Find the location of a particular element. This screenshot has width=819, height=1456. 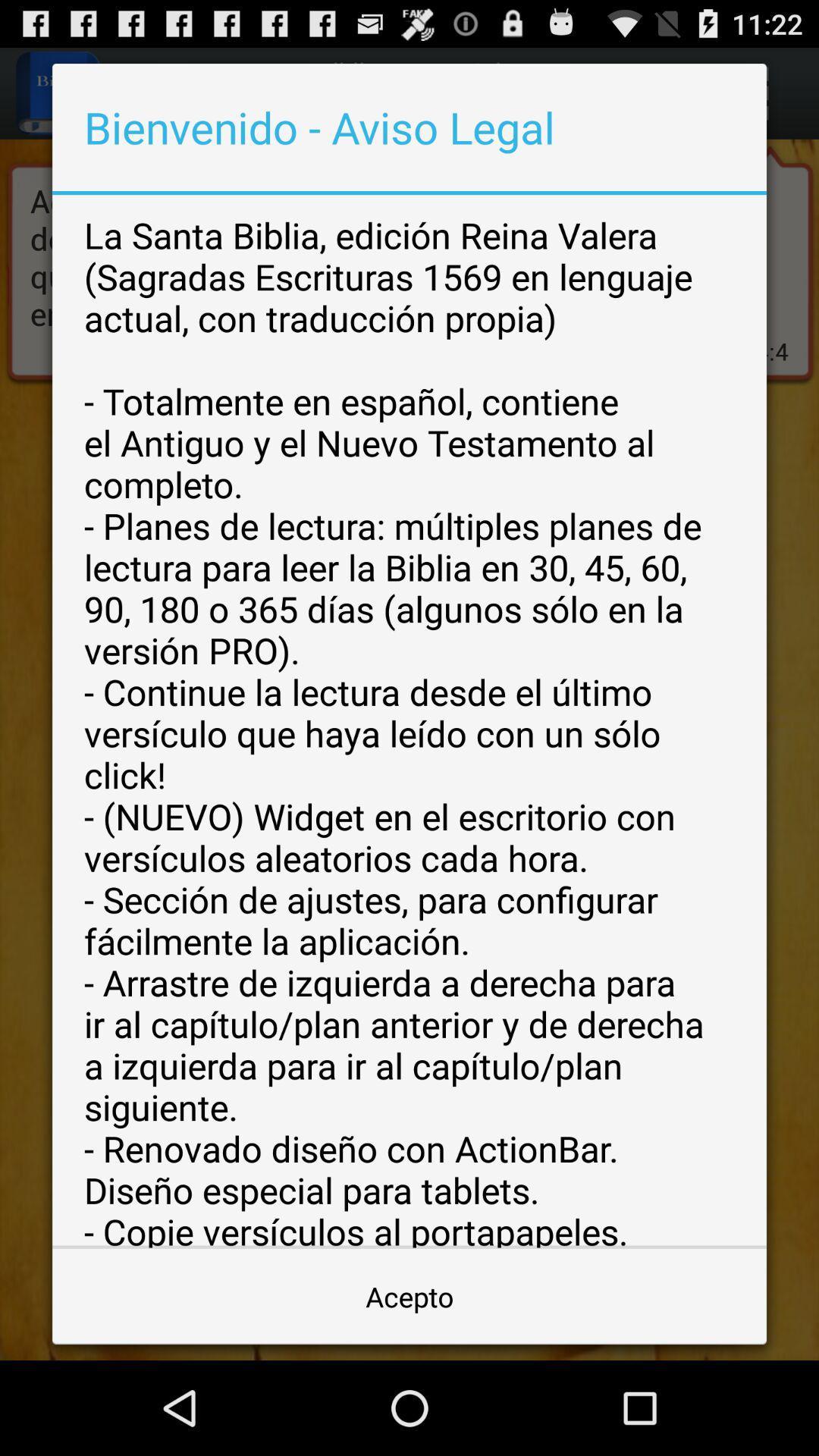

the acepto button is located at coordinates (409, 1295).